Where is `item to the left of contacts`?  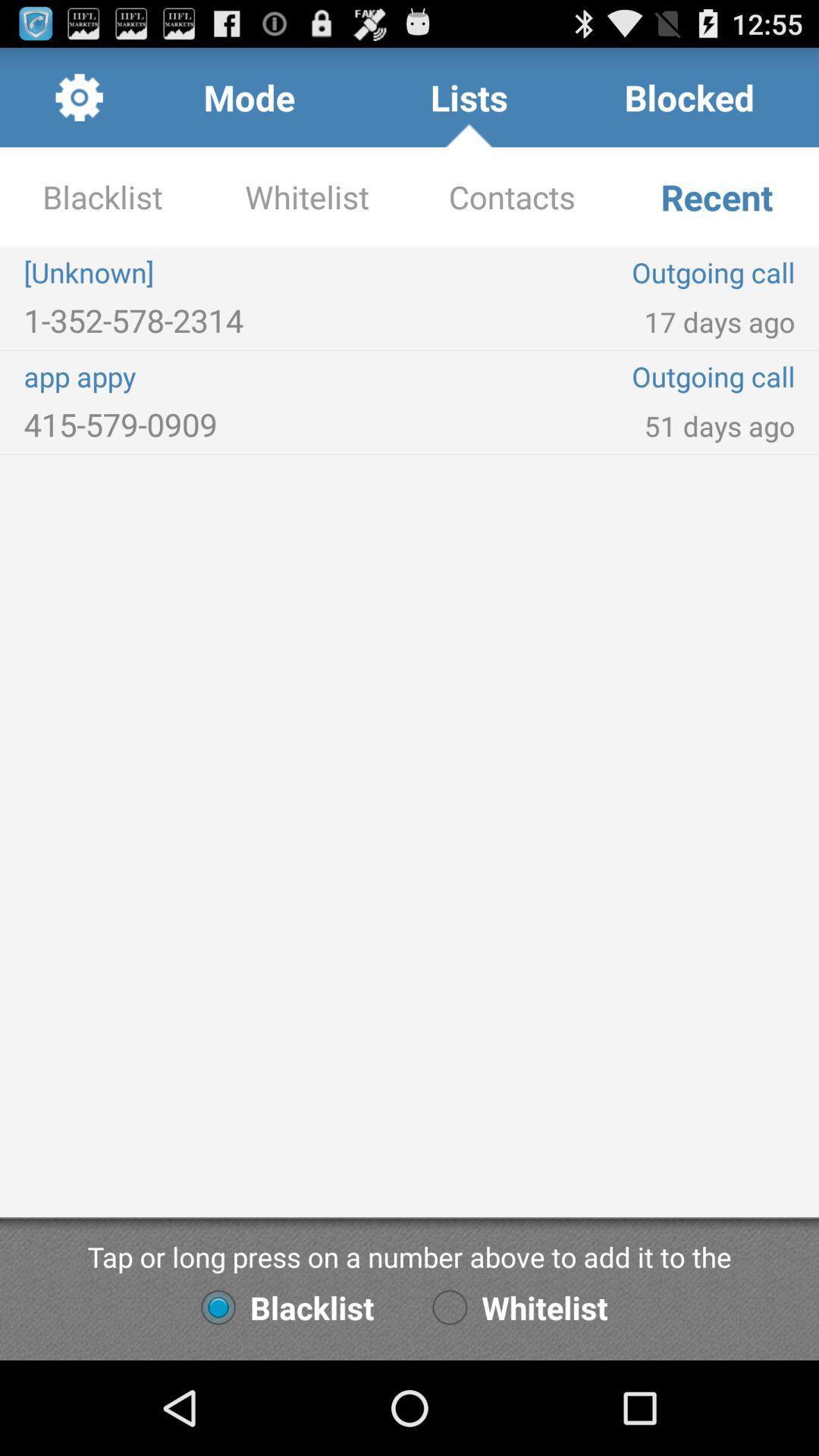
item to the left of contacts is located at coordinates (216, 272).